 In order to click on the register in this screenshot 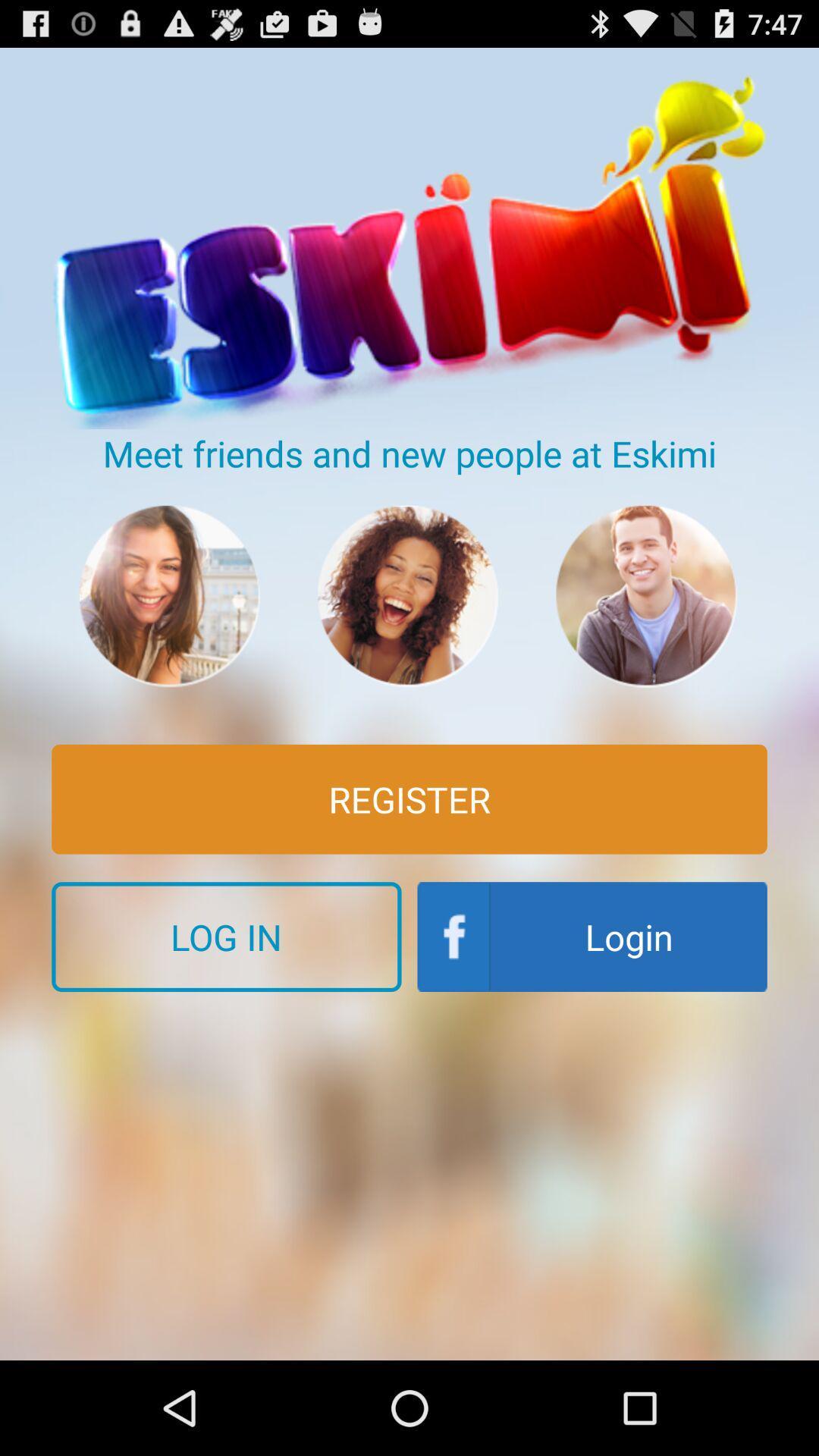, I will do `click(409, 799)`.